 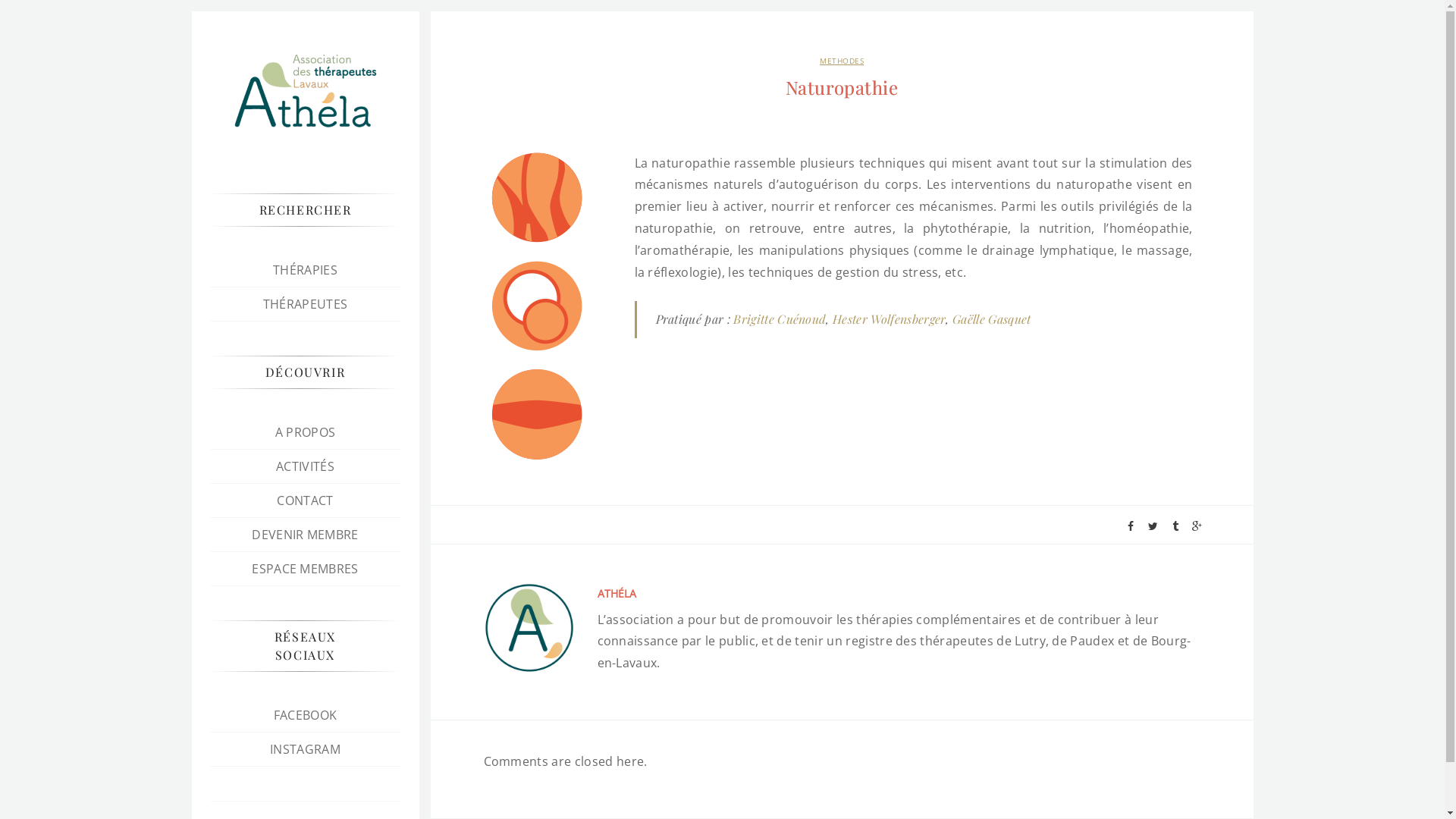 I want to click on 'ESPACE MEMBRES', so click(x=304, y=568).